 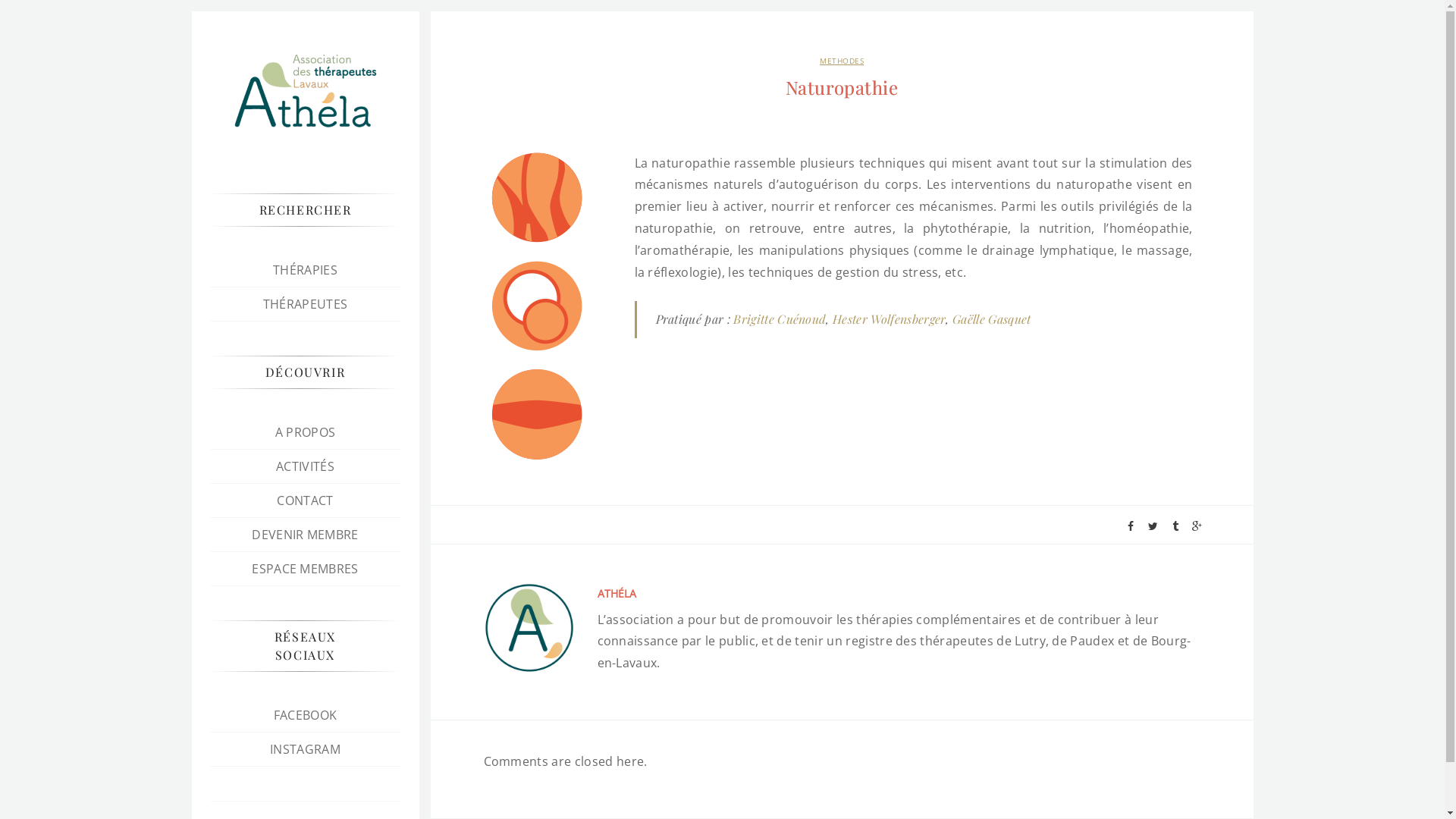 I want to click on 'ESPACE MEMBRES', so click(x=304, y=568).